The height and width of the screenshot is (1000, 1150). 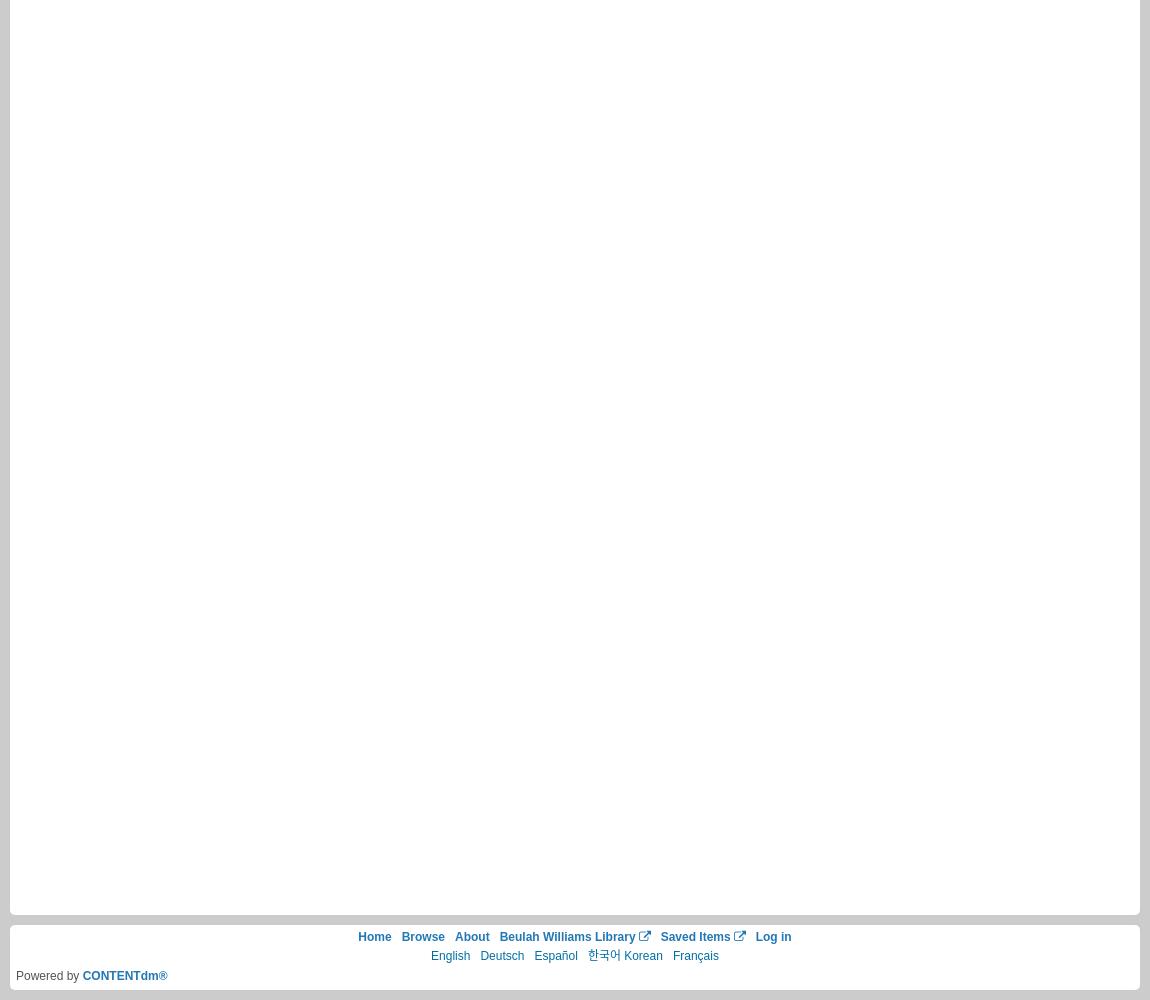 I want to click on 'Powered by', so click(x=47, y=975).